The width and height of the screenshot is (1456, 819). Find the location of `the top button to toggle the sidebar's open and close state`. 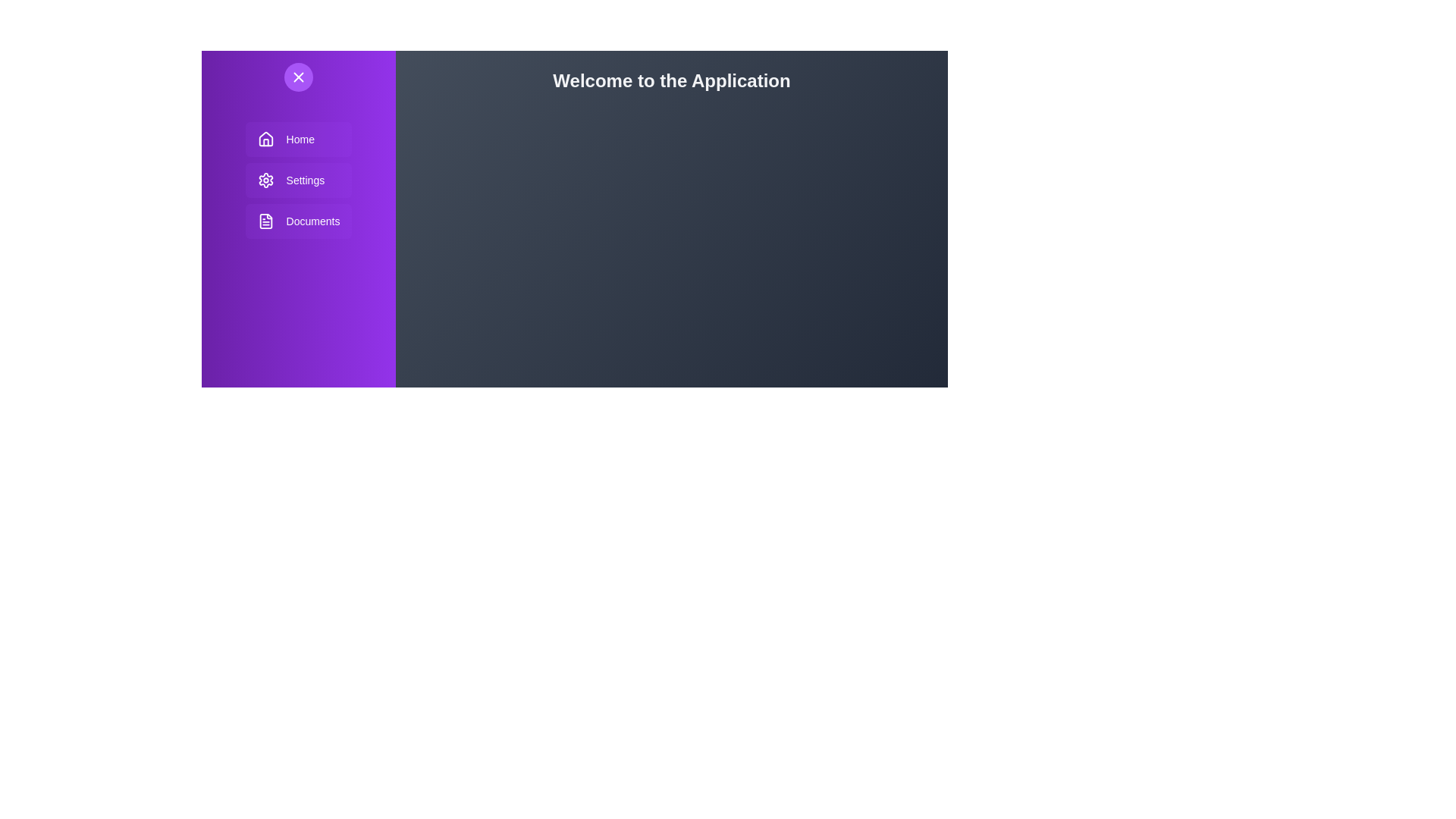

the top button to toggle the sidebar's open and close state is located at coordinates (298, 77).